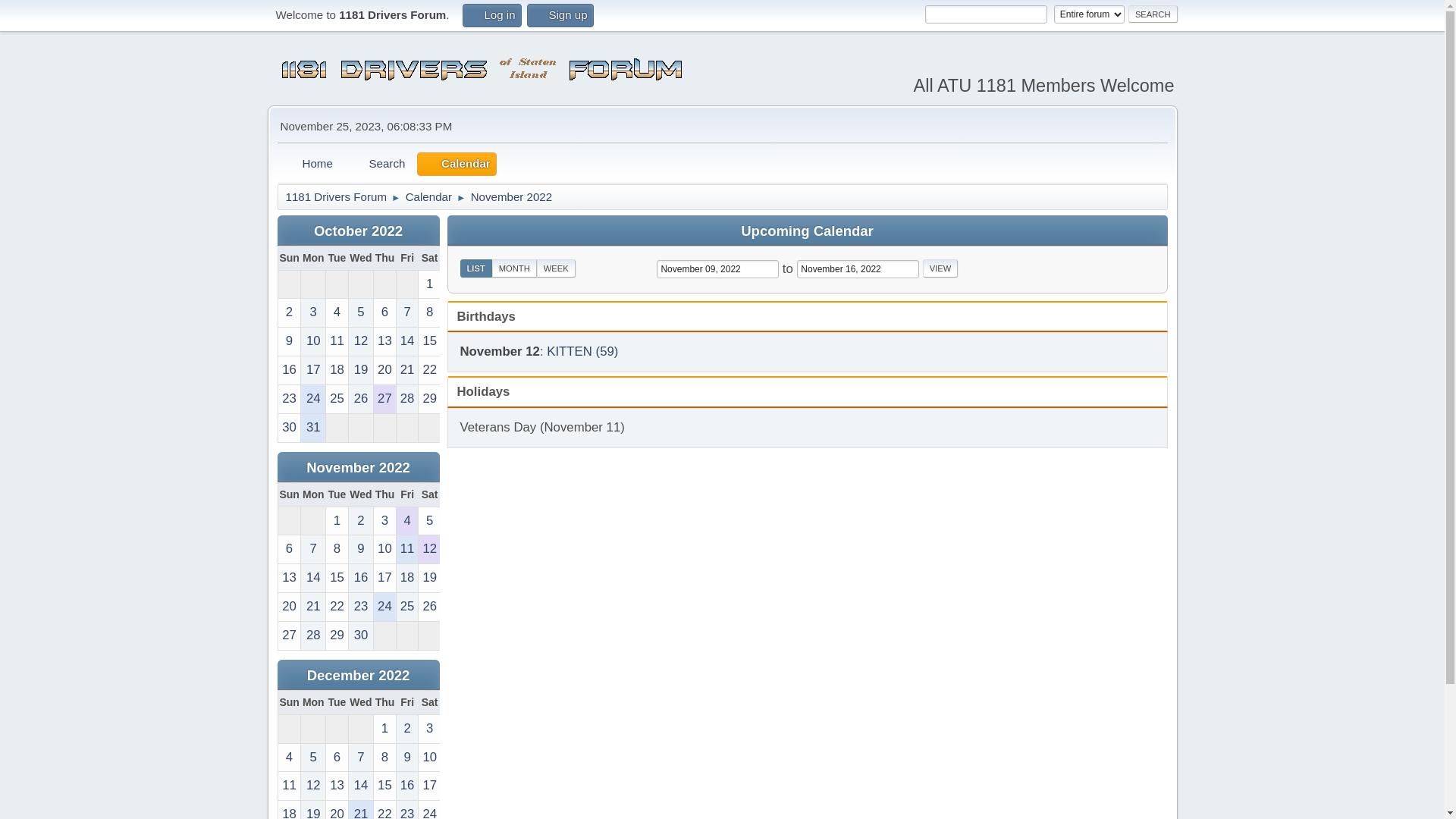  Describe the element at coordinates (407, 341) in the screenshot. I see `'14'` at that location.